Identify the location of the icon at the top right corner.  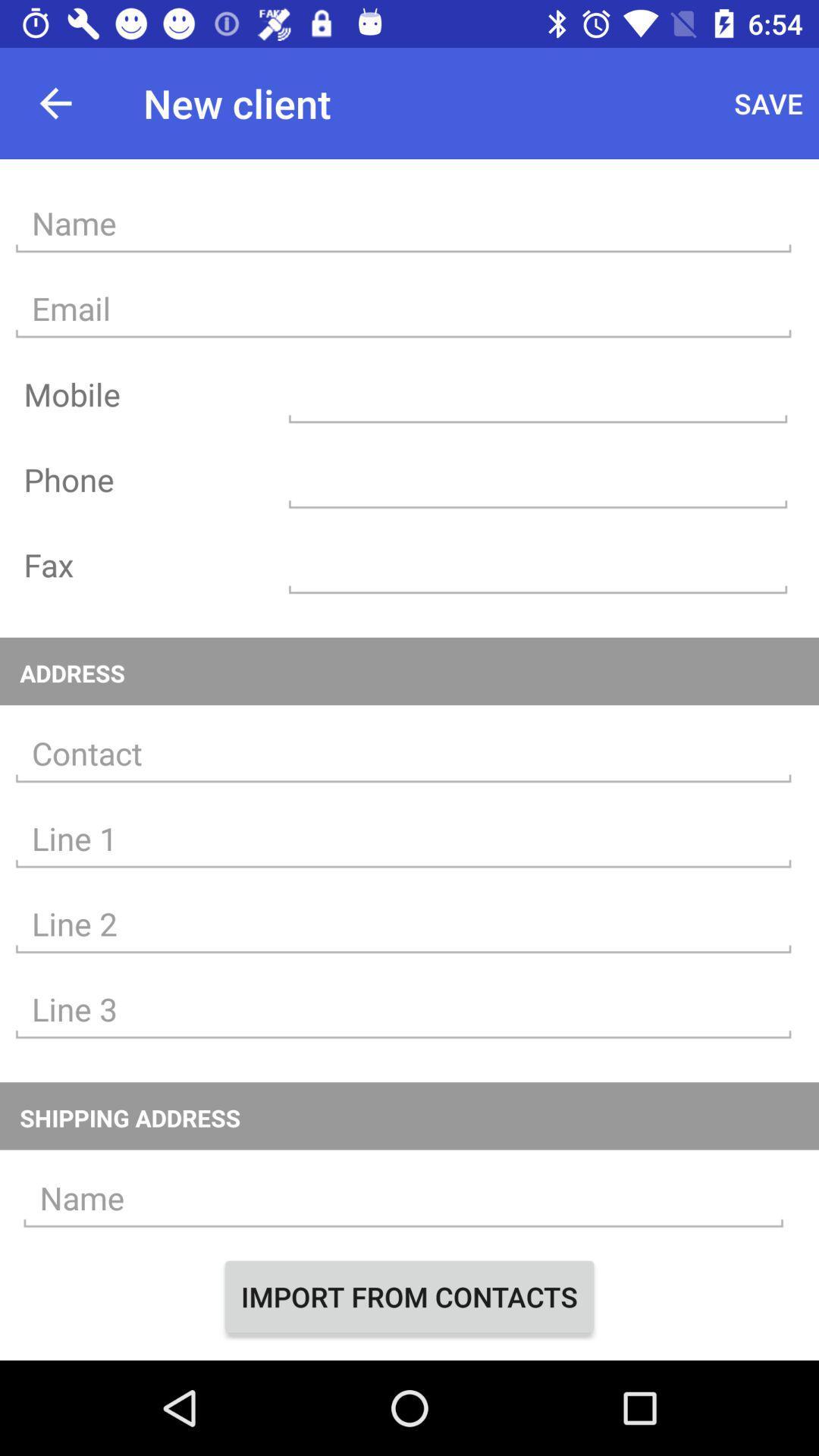
(768, 102).